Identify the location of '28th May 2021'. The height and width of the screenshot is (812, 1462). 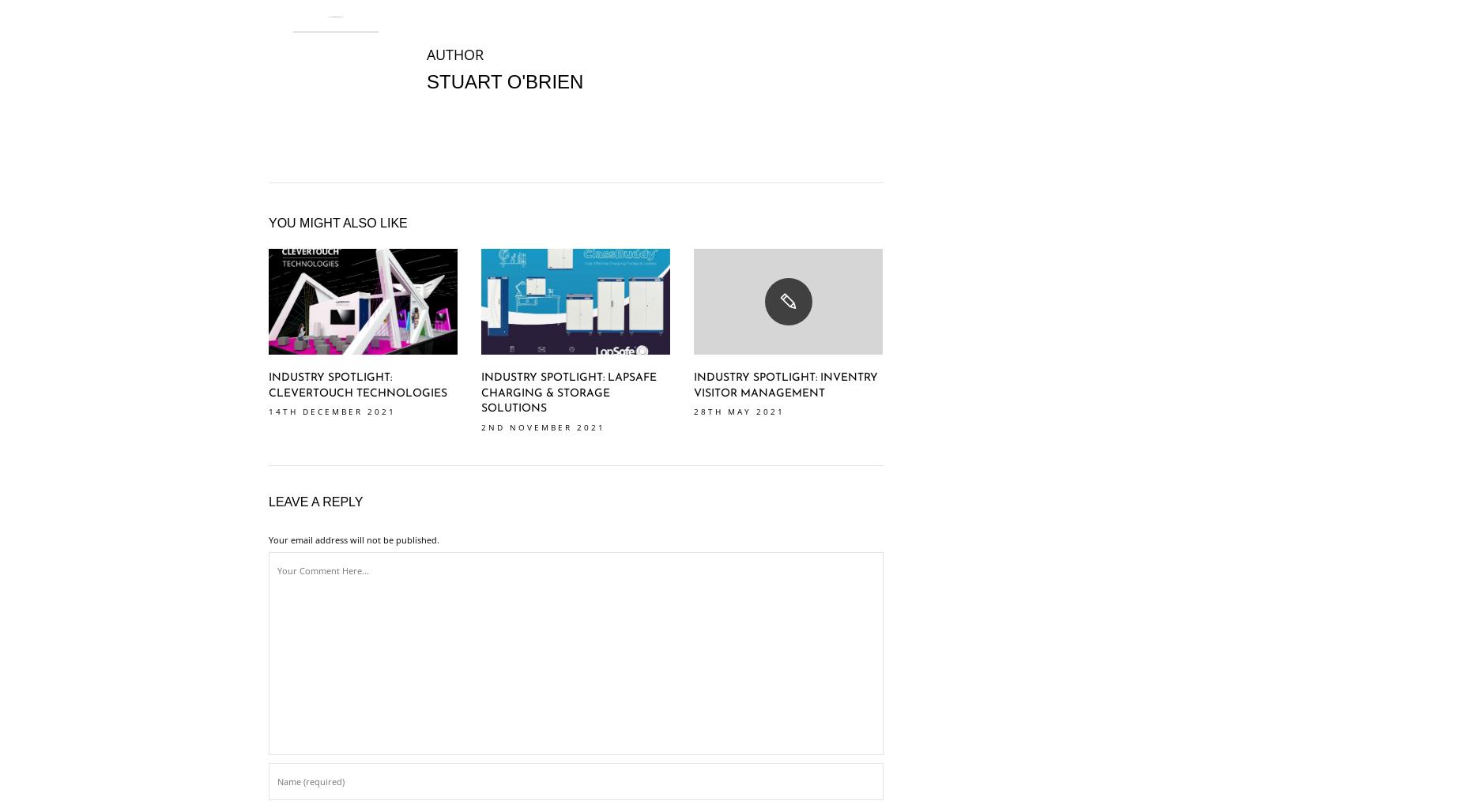
(694, 411).